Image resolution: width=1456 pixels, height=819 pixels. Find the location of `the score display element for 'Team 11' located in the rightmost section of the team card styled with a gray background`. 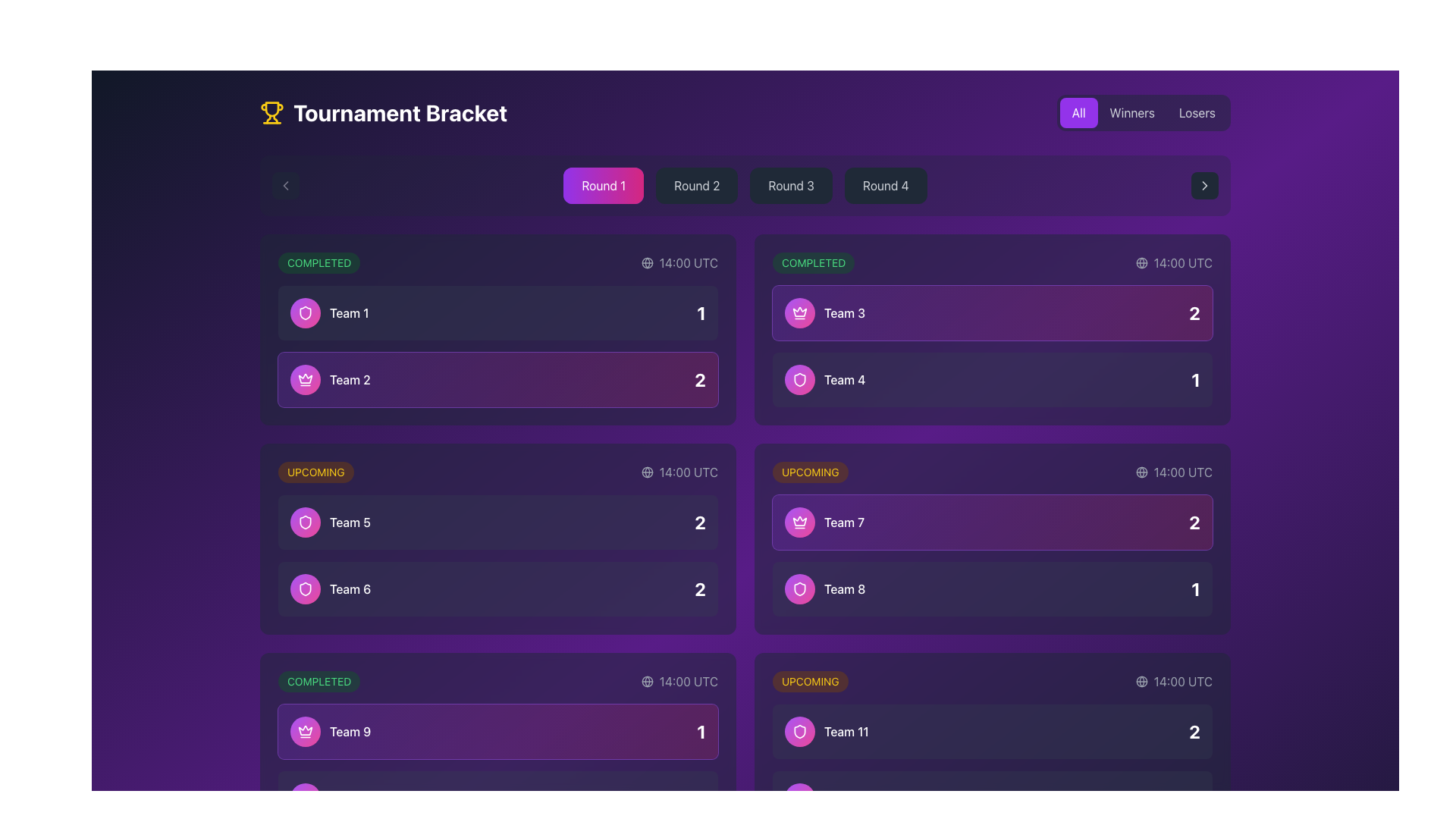

the score display element for 'Team 11' located in the rightmost section of the team card styled with a gray background is located at coordinates (1194, 730).